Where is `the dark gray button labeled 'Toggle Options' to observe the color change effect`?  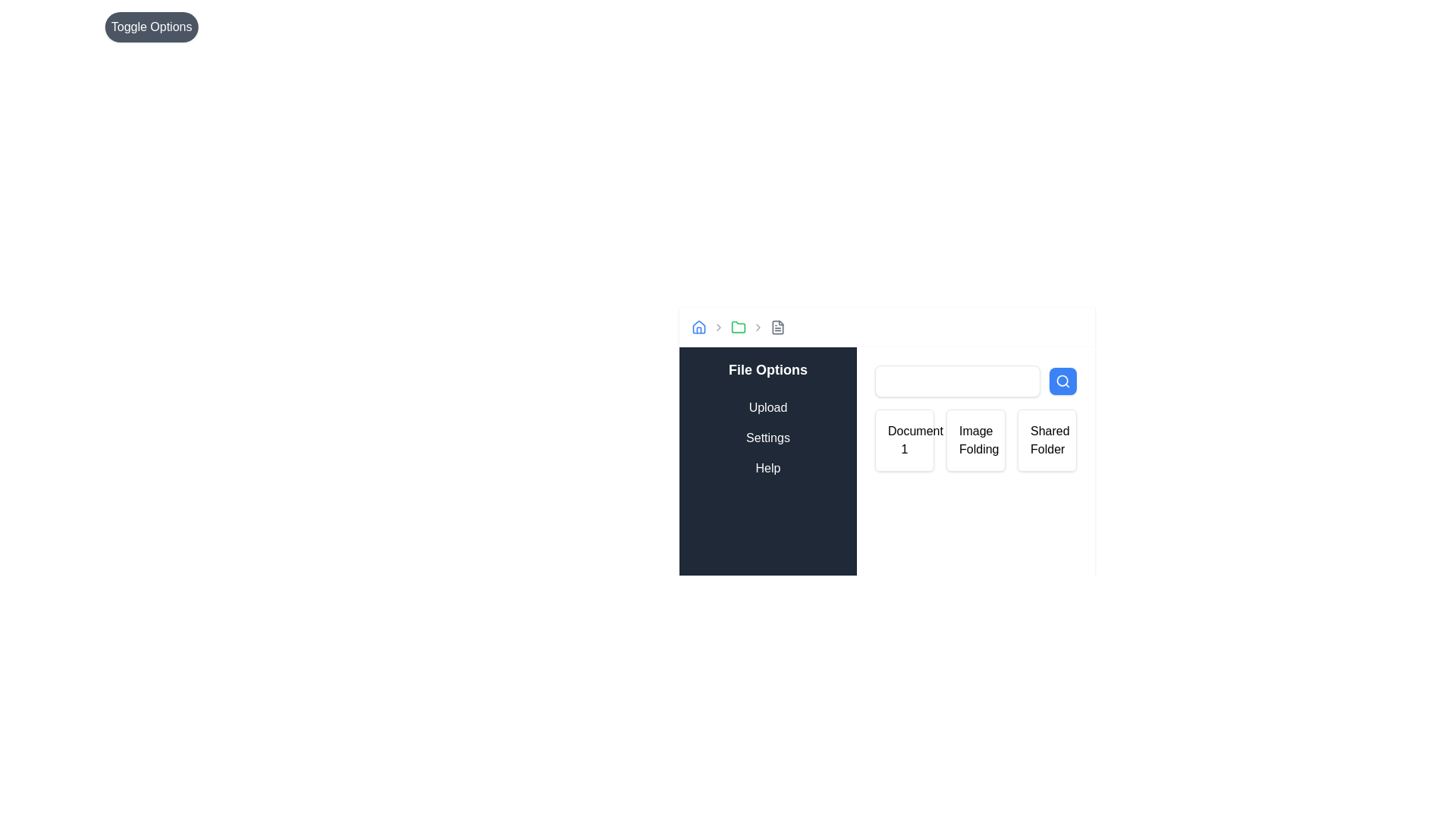 the dark gray button labeled 'Toggle Options' to observe the color change effect is located at coordinates (152, 27).